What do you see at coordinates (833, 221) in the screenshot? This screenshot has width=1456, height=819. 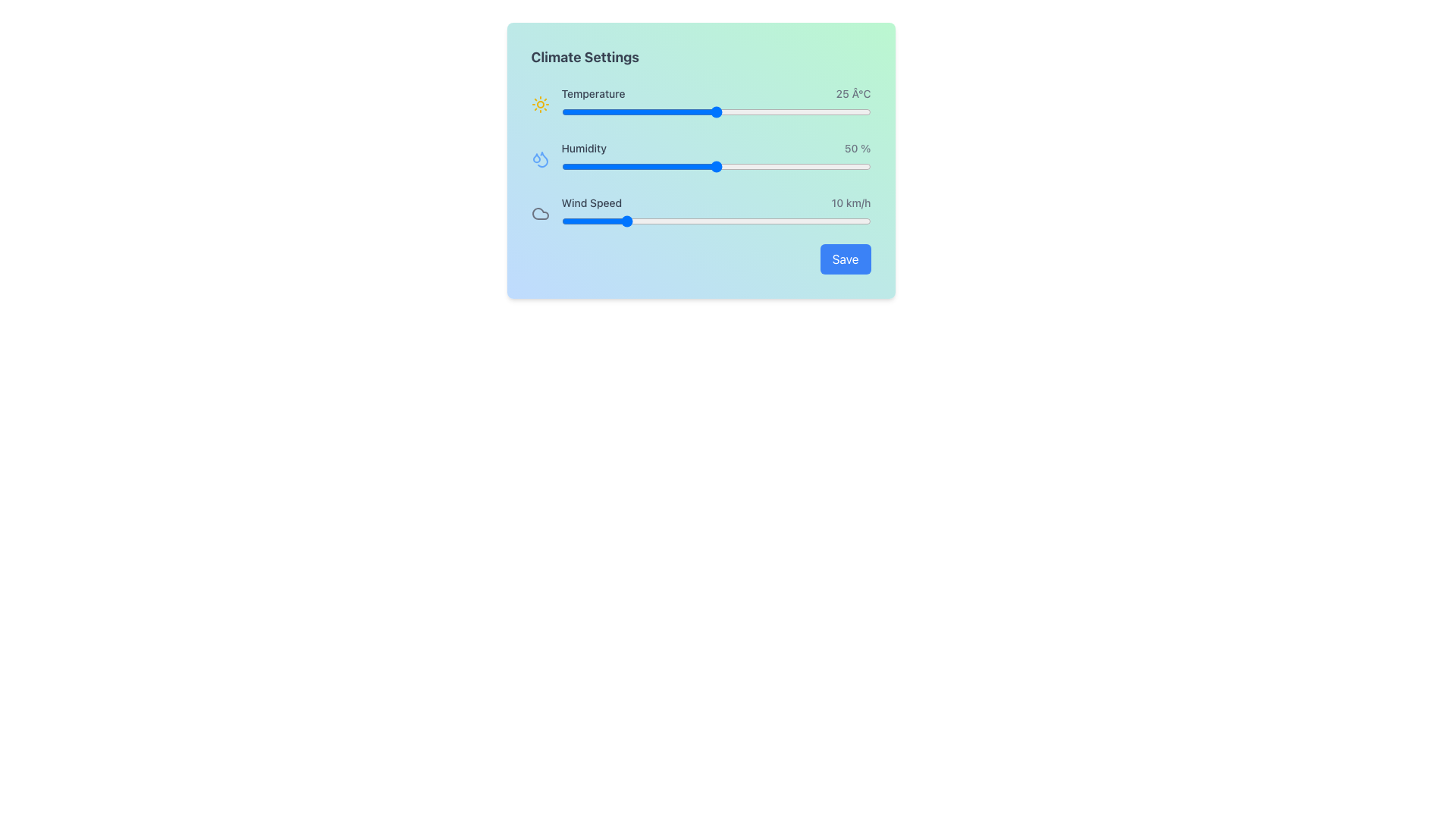 I see `wind speed` at bounding box center [833, 221].